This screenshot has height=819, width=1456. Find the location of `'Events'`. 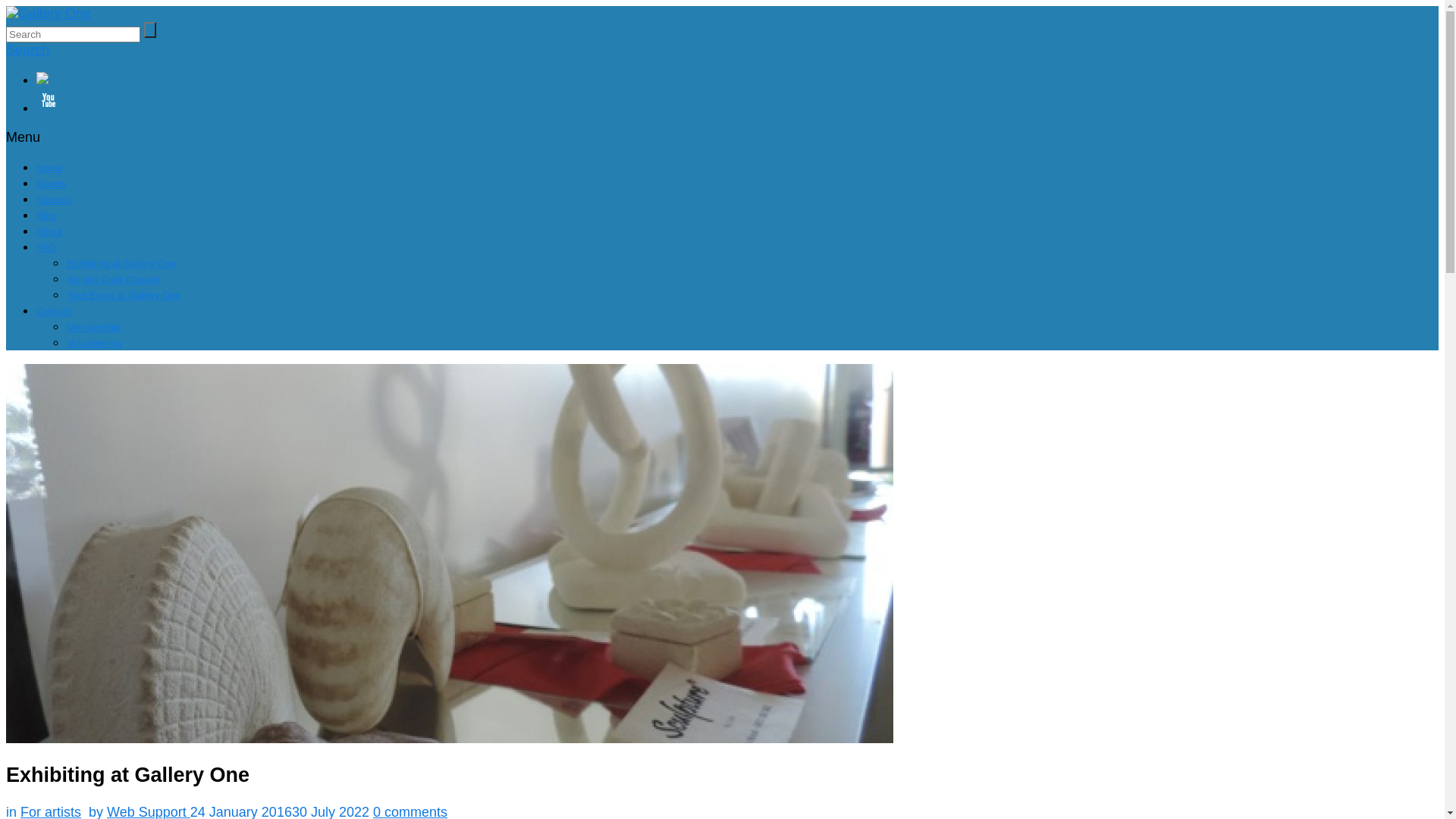

'Events' is located at coordinates (51, 183).